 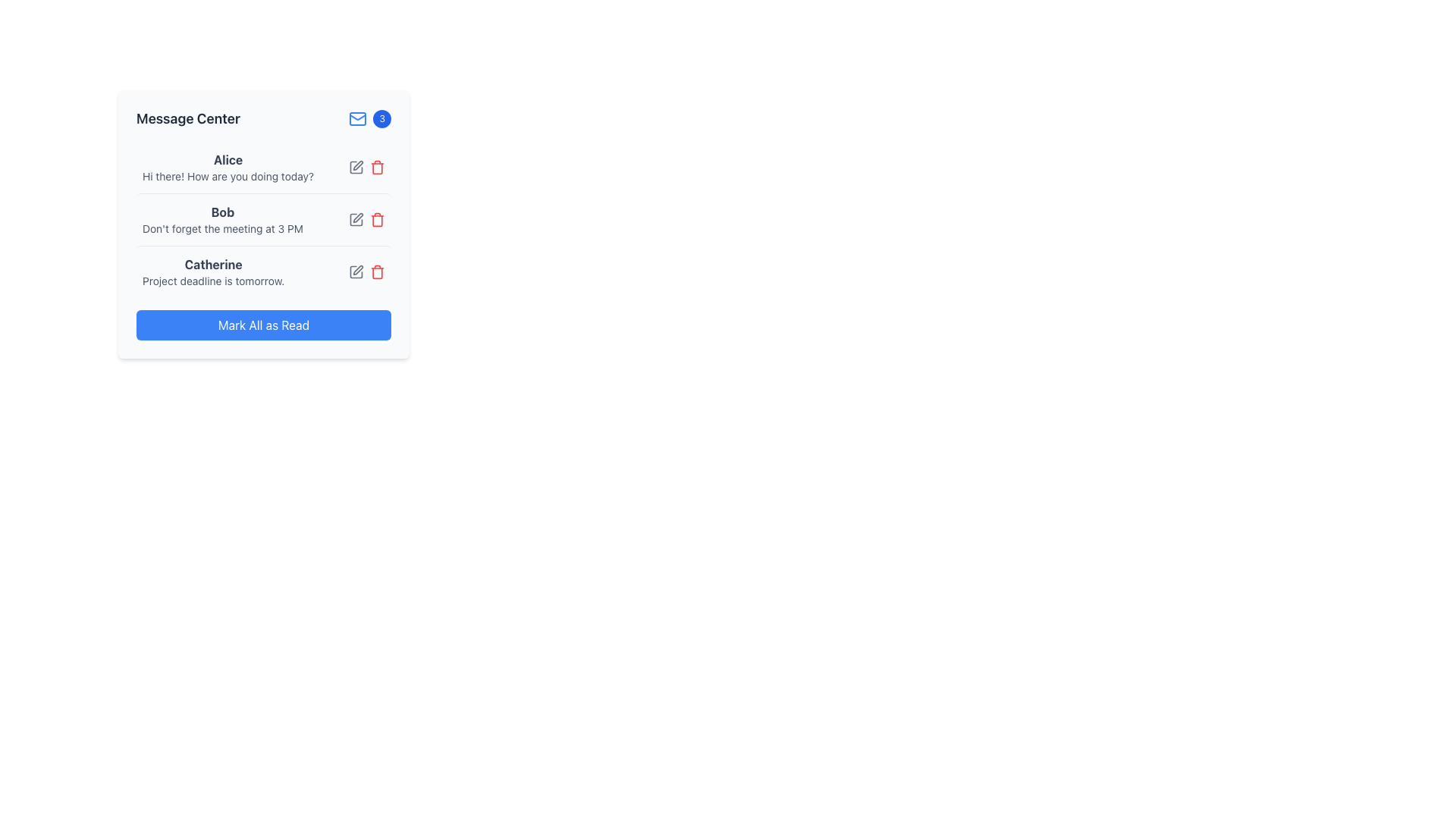 What do you see at coordinates (263, 219) in the screenshot?
I see `an individual message item in the vertically stacked message list, located in the middle portion of the 'Message Center' section` at bounding box center [263, 219].